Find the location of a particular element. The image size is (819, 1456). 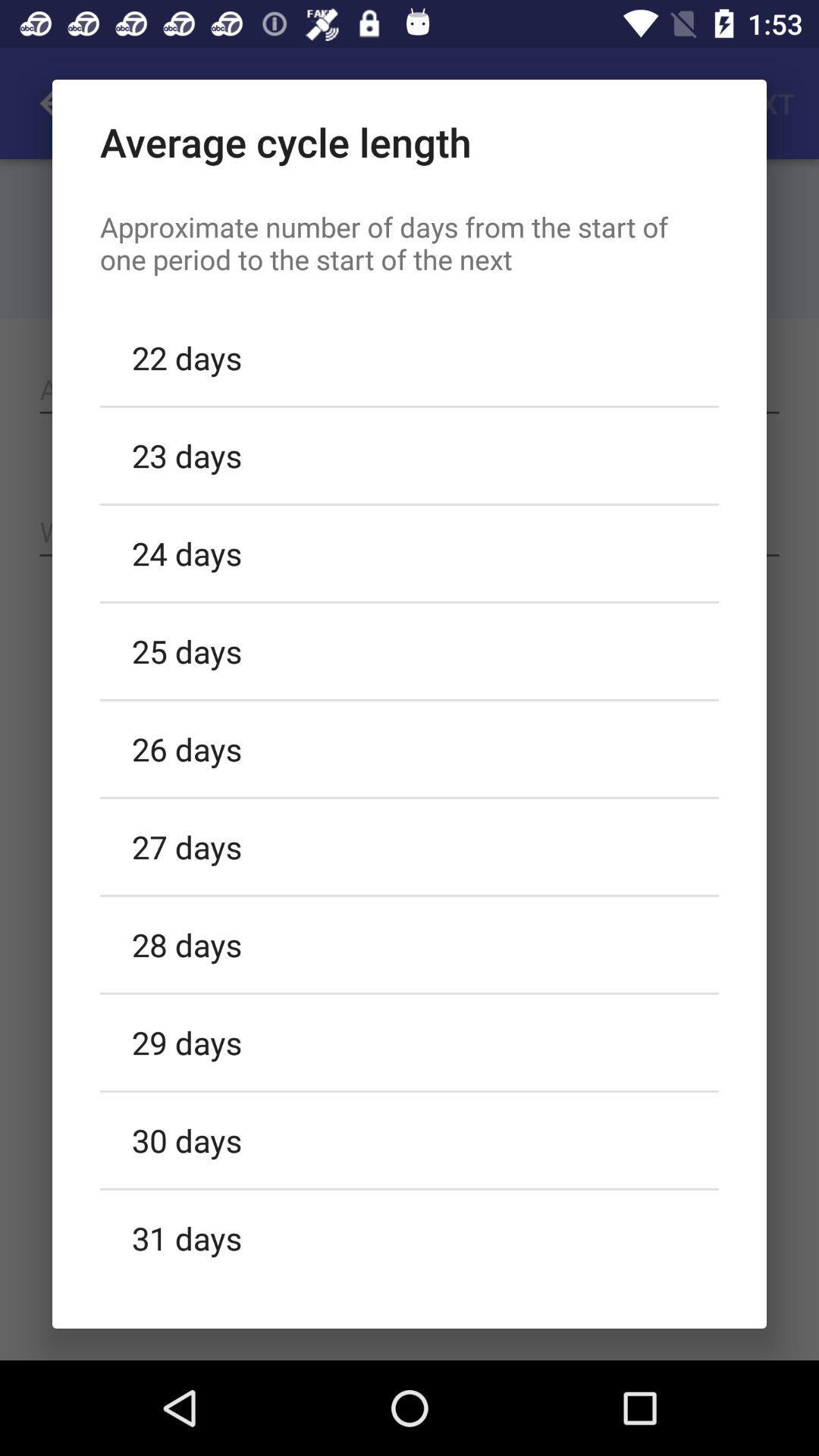

icon above 25 days icon is located at coordinates (409, 552).